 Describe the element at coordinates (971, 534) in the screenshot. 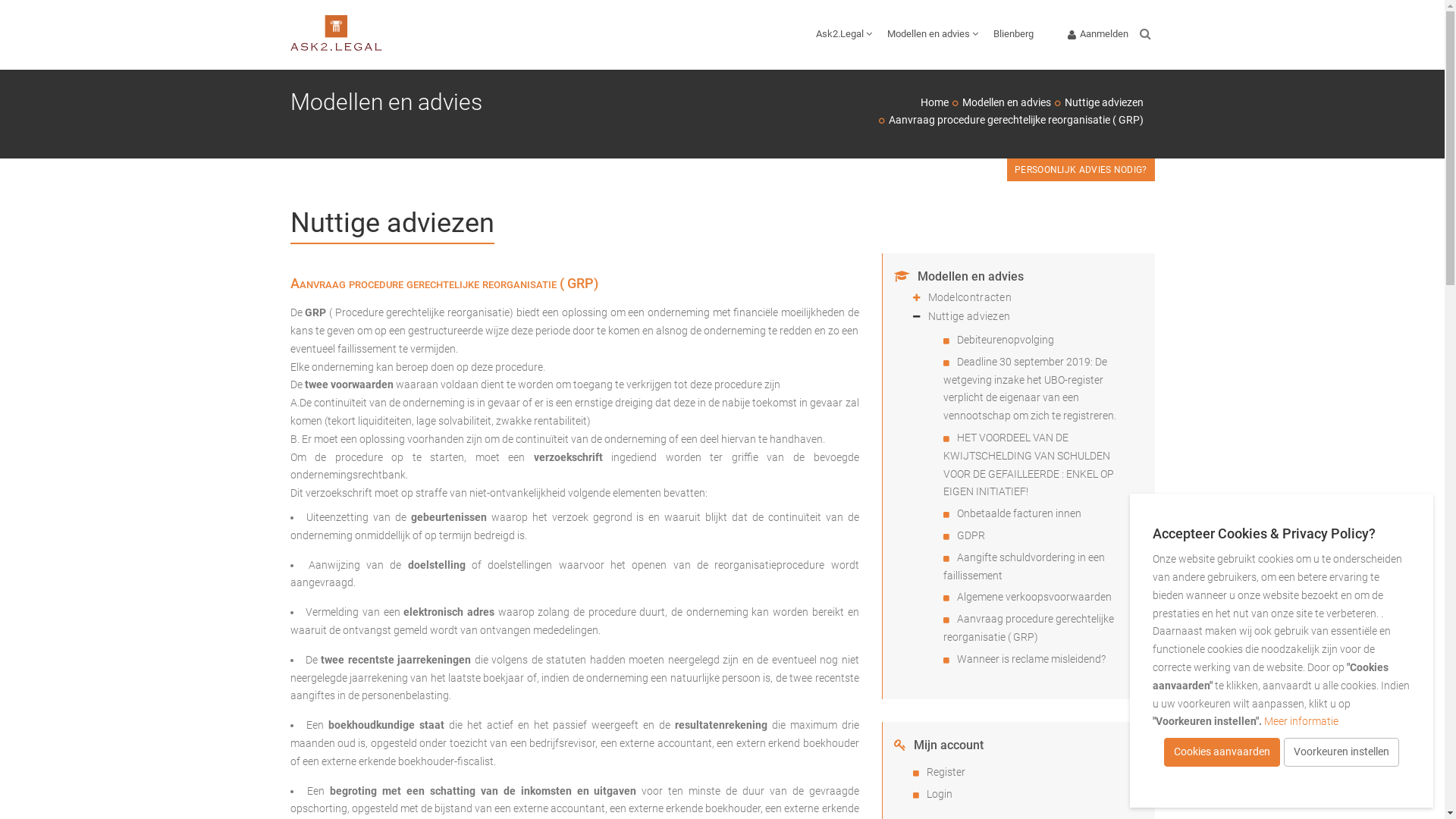

I see `'GDPR'` at that location.